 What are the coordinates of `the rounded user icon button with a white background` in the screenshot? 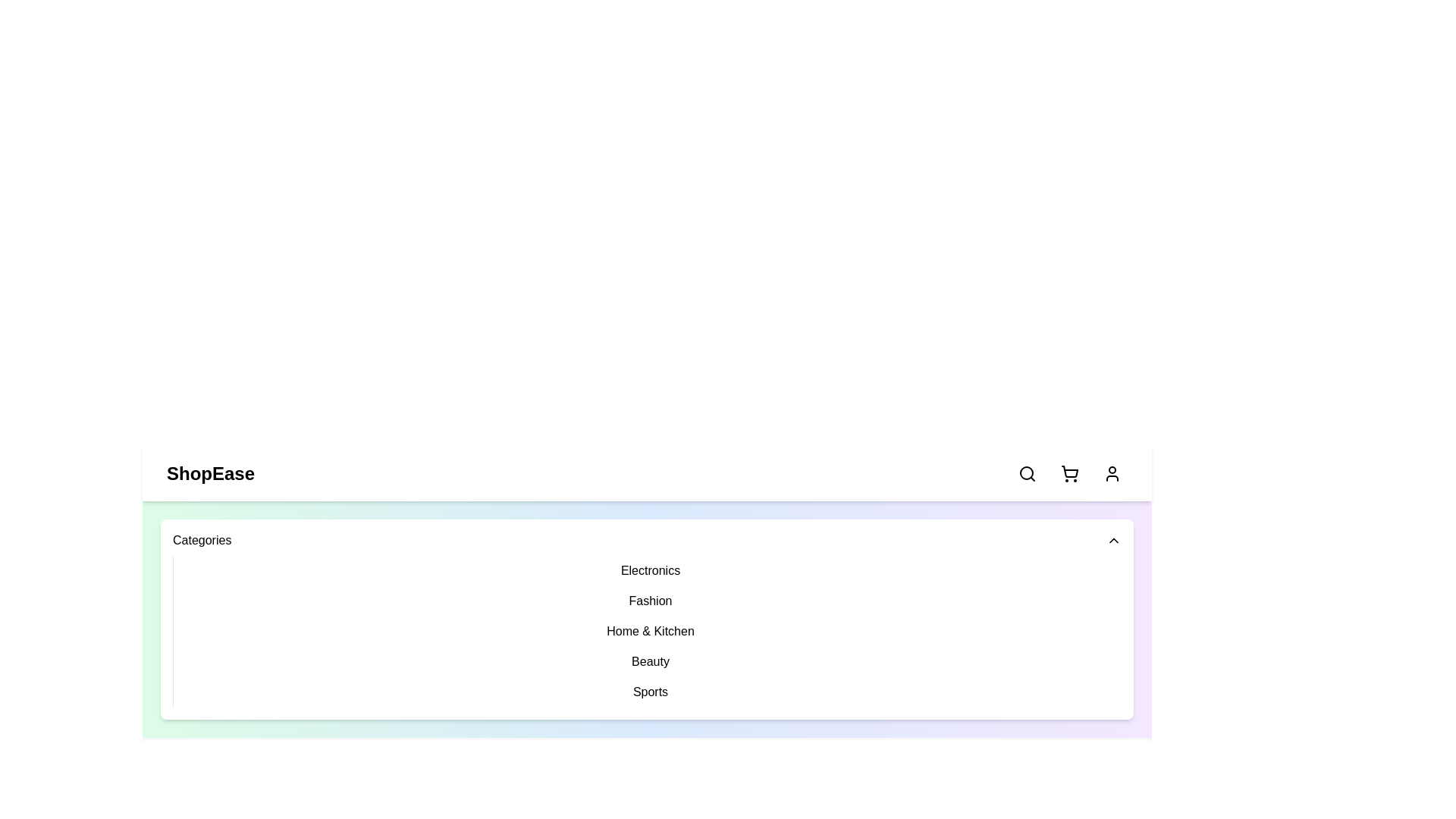 It's located at (1112, 472).